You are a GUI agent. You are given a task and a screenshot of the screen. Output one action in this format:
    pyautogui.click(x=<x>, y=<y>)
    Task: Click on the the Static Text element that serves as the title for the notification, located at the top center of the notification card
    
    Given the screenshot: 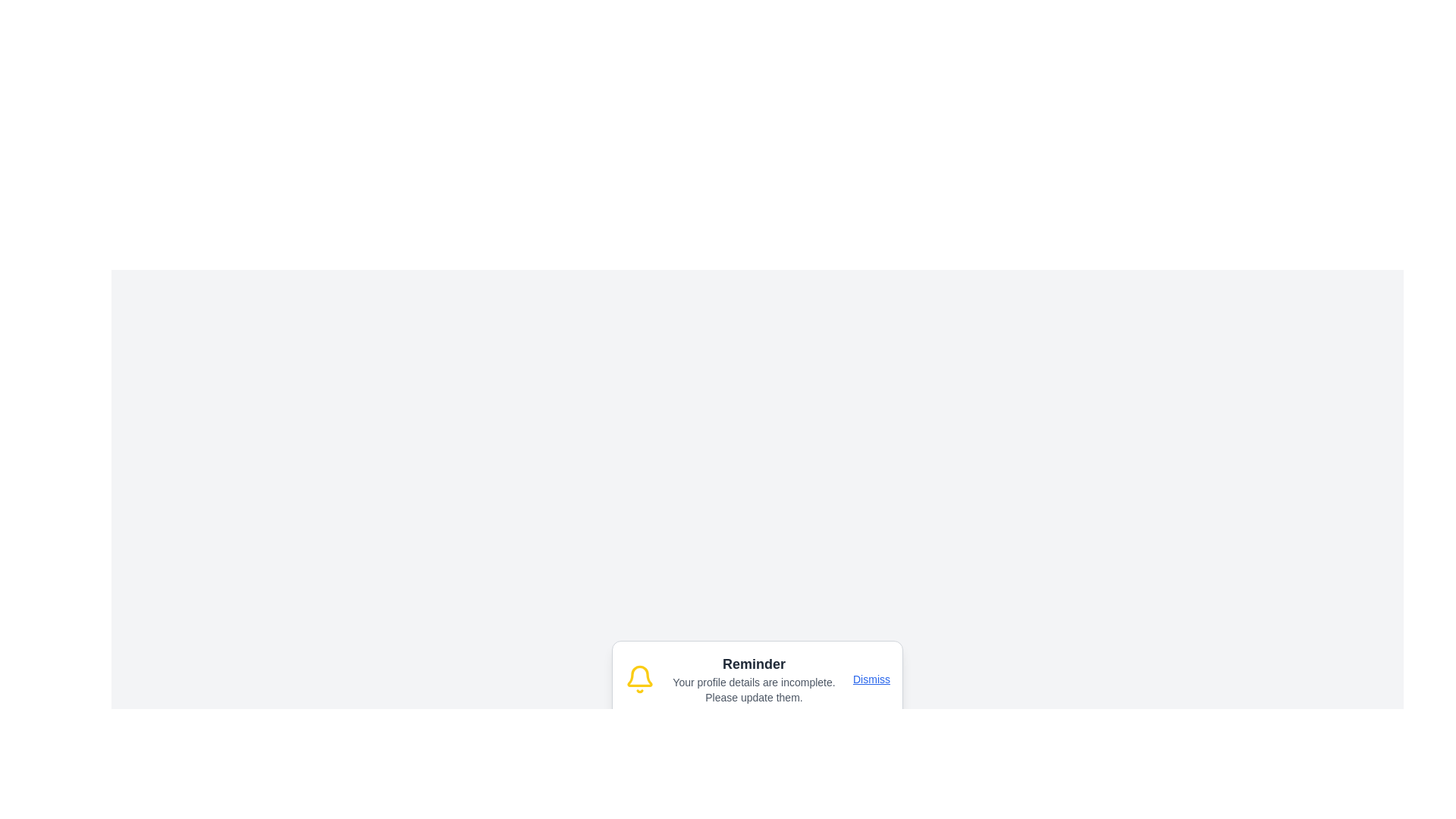 What is the action you would take?
    pyautogui.click(x=754, y=663)
    